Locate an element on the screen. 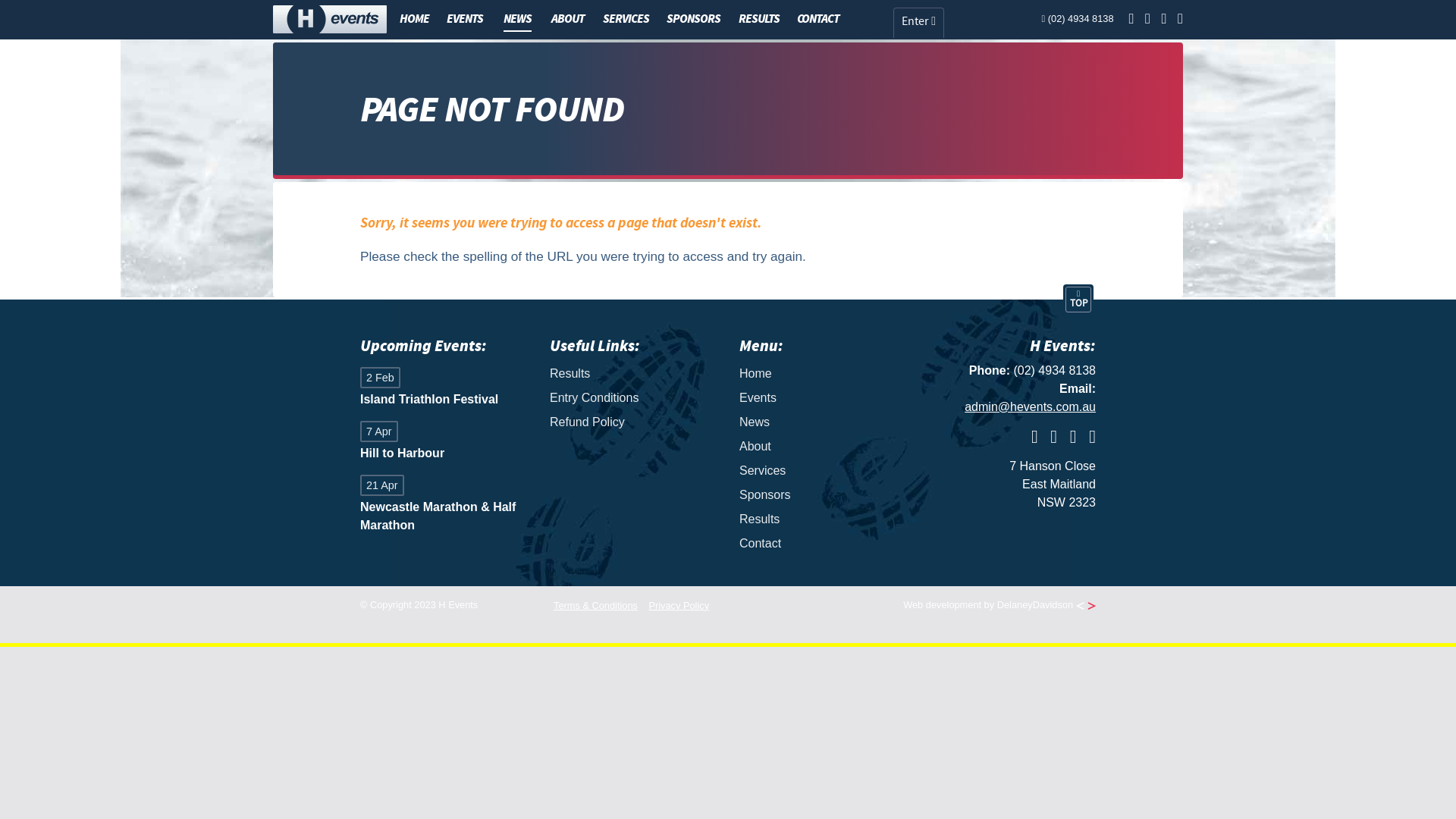  'Privacy Policy' is located at coordinates (648, 604).